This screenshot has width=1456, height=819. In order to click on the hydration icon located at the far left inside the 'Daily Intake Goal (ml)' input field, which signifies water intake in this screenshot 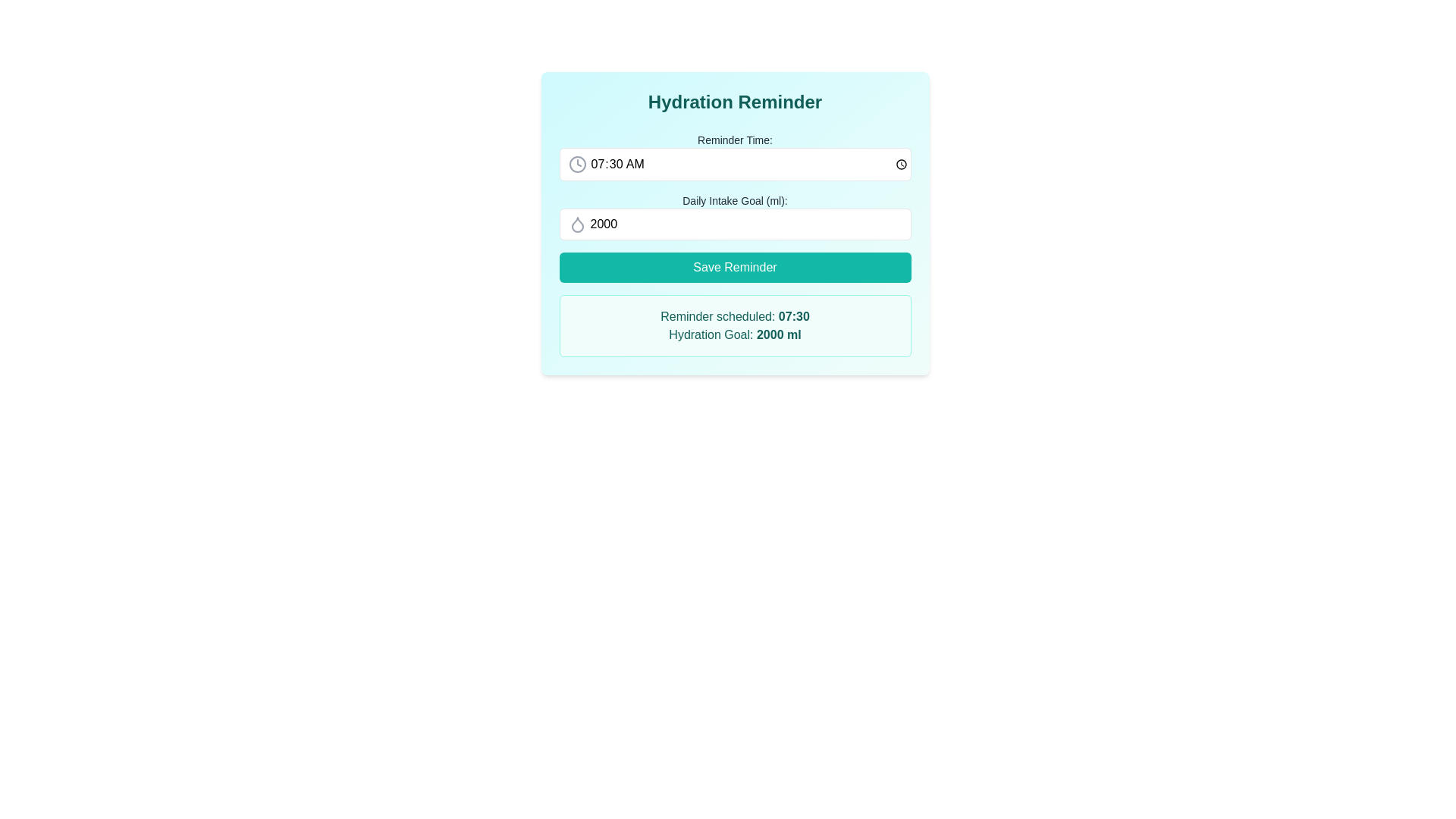, I will do `click(576, 224)`.